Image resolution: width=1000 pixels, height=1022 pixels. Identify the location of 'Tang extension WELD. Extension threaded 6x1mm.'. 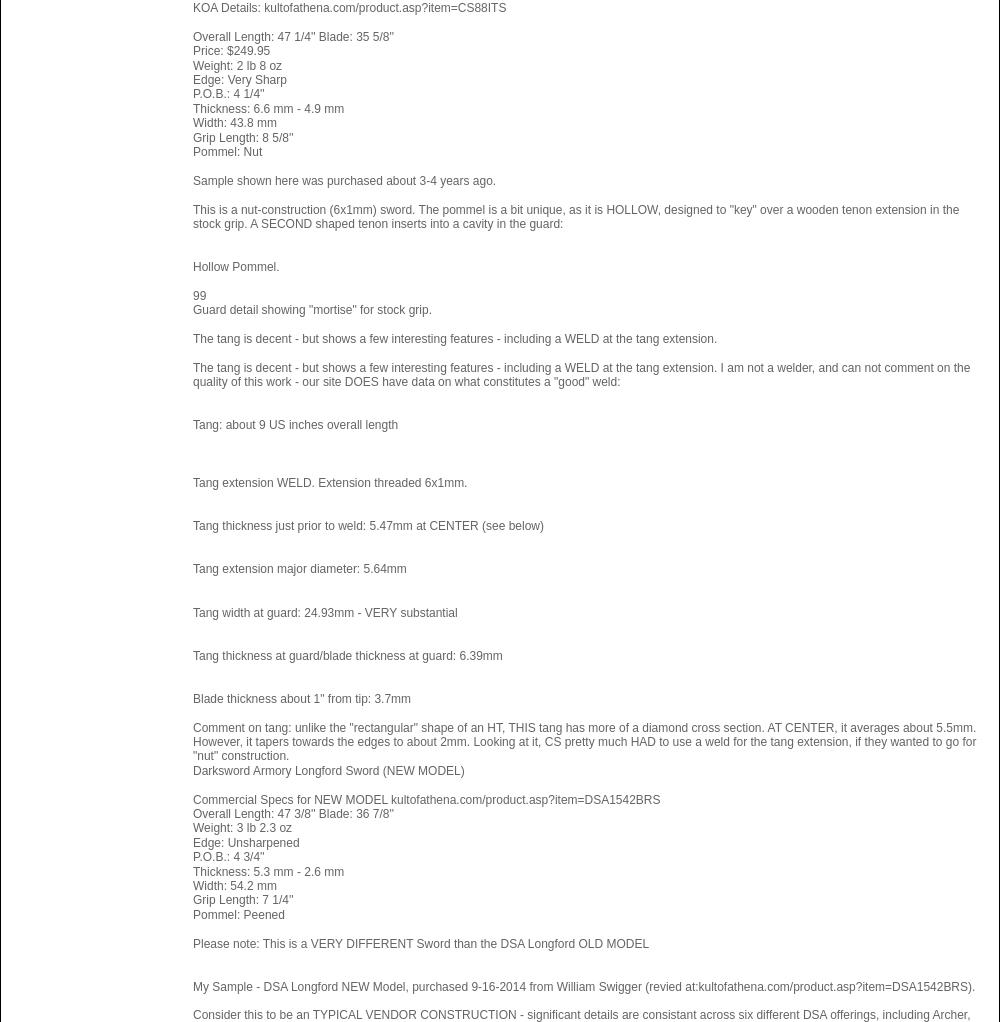
(329, 482).